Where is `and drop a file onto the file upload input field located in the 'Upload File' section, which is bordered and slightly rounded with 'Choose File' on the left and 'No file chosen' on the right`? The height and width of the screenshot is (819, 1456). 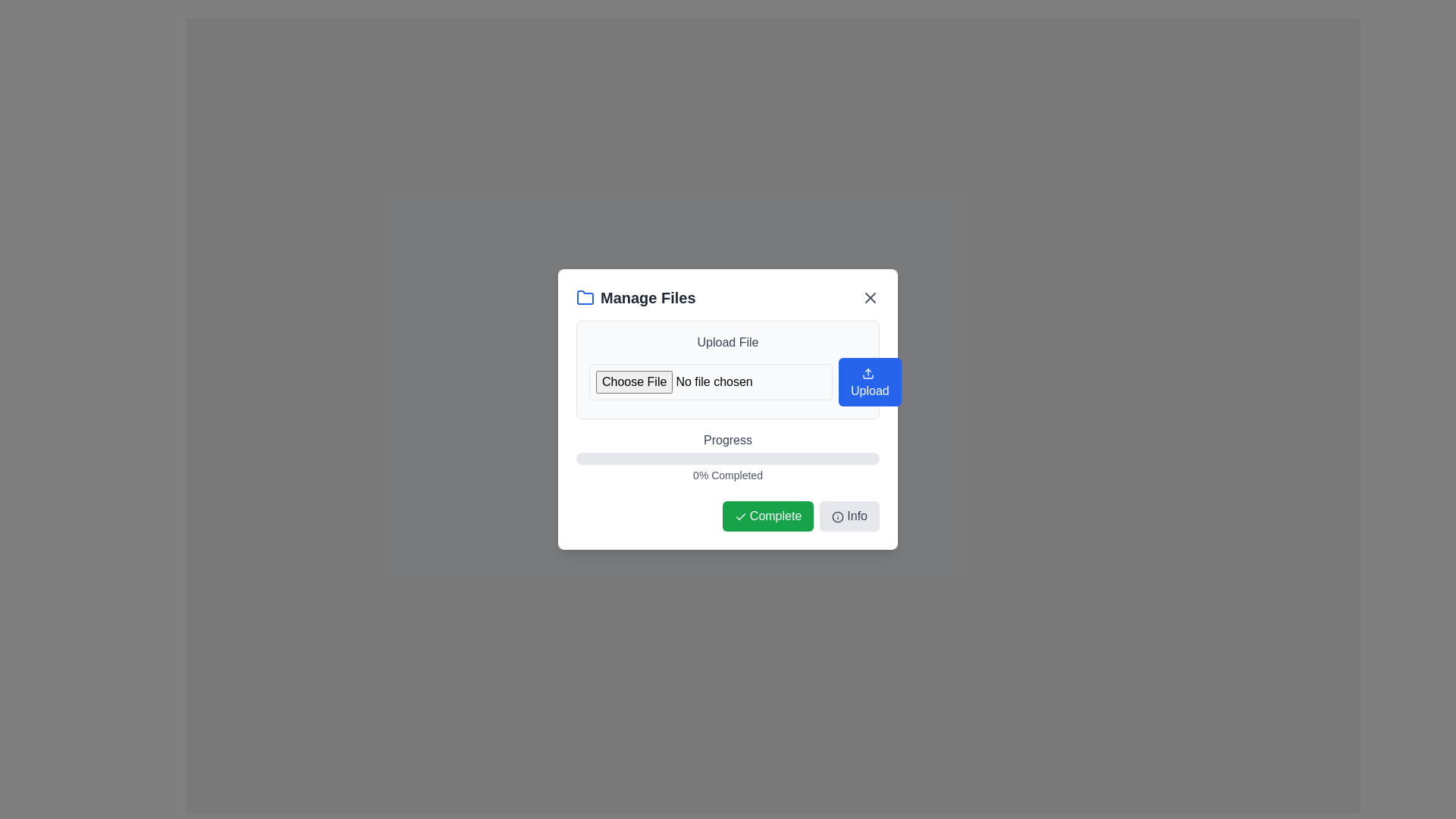 and drop a file onto the file upload input field located in the 'Upload File' section, which is bordered and slightly rounded with 'Choose File' on the left and 'No file chosen' on the right is located at coordinates (710, 381).